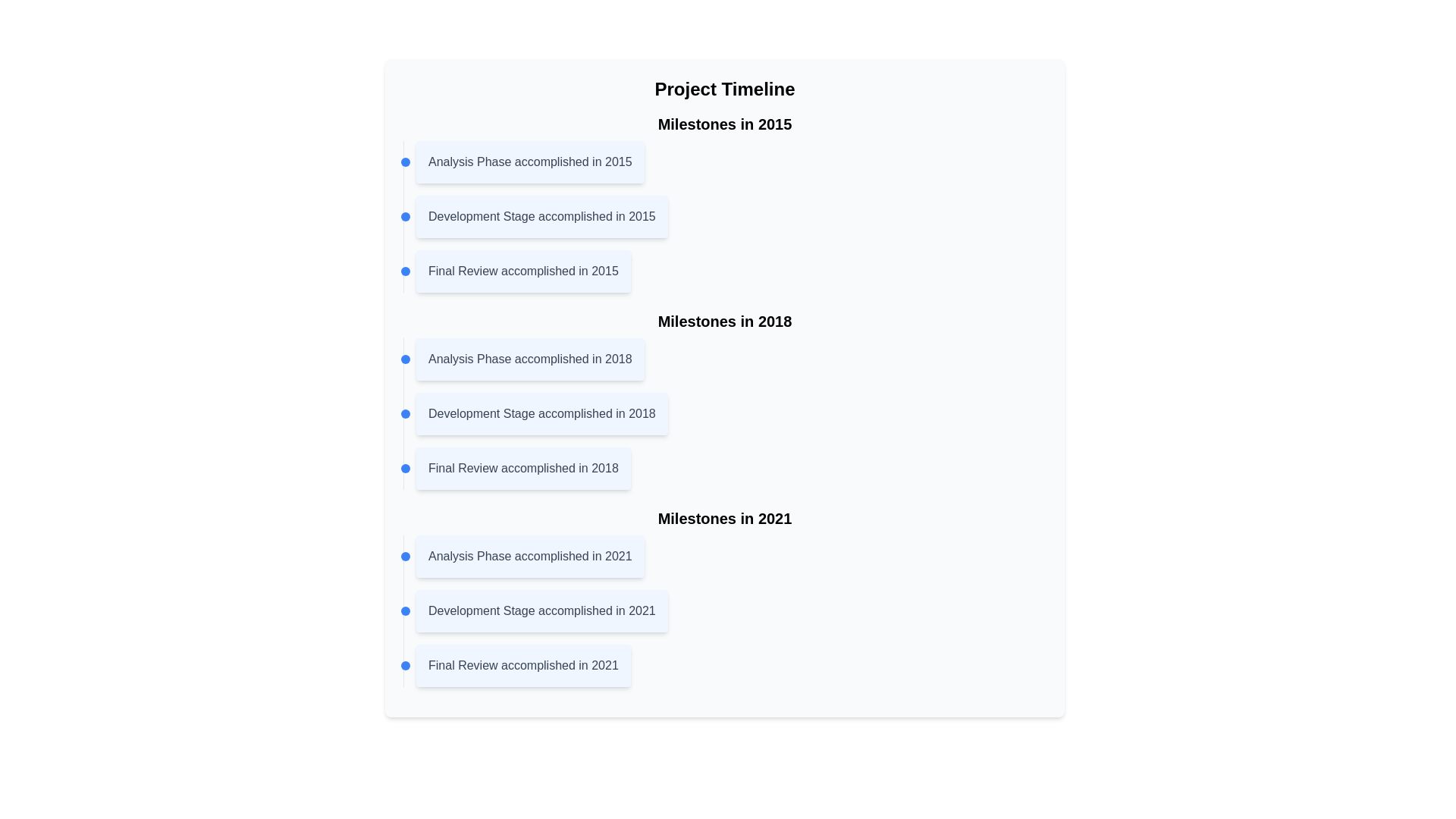  What do you see at coordinates (405, 610) in the screenshot?
I see `the small, blue circular visual marker located in the timeline interface adjacent to the text 'Development Stage accomplished in 2021'` at bounding box center [405, 610].